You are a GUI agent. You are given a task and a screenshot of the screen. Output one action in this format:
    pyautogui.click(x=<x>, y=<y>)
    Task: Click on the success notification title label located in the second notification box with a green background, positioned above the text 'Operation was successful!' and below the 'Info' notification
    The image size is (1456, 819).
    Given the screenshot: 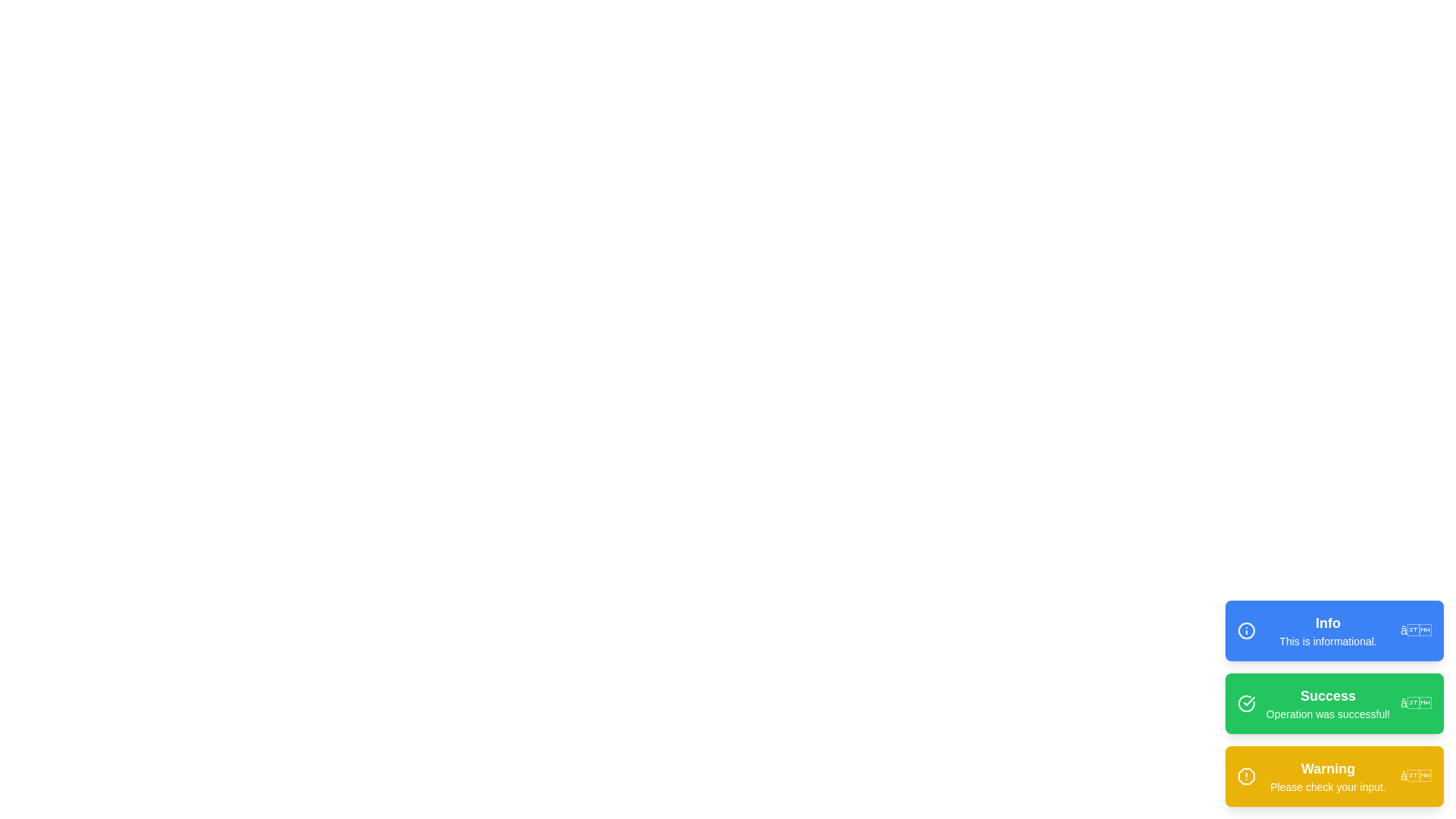 What is the action you would take?
    pyautogui.click(x=1327, y=696)
    